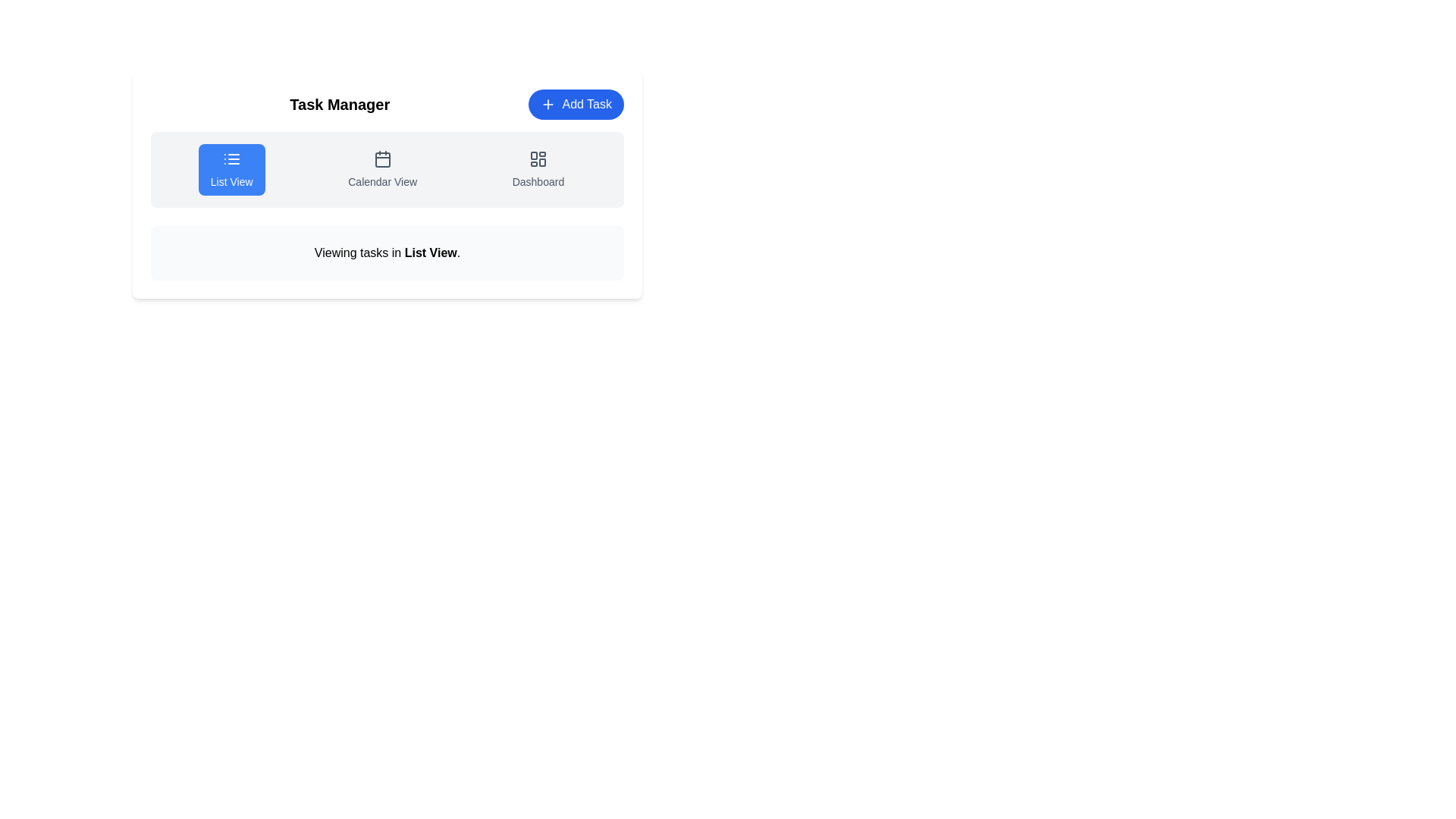 The height and width of the screenshot is (819, 1456). Describe the element at coordinates (538, 180) in the screenshot. I see `text label 'Dashboard' located below the dashboard icon in the horizontal navigation section, which is the third item from the left` at that location.